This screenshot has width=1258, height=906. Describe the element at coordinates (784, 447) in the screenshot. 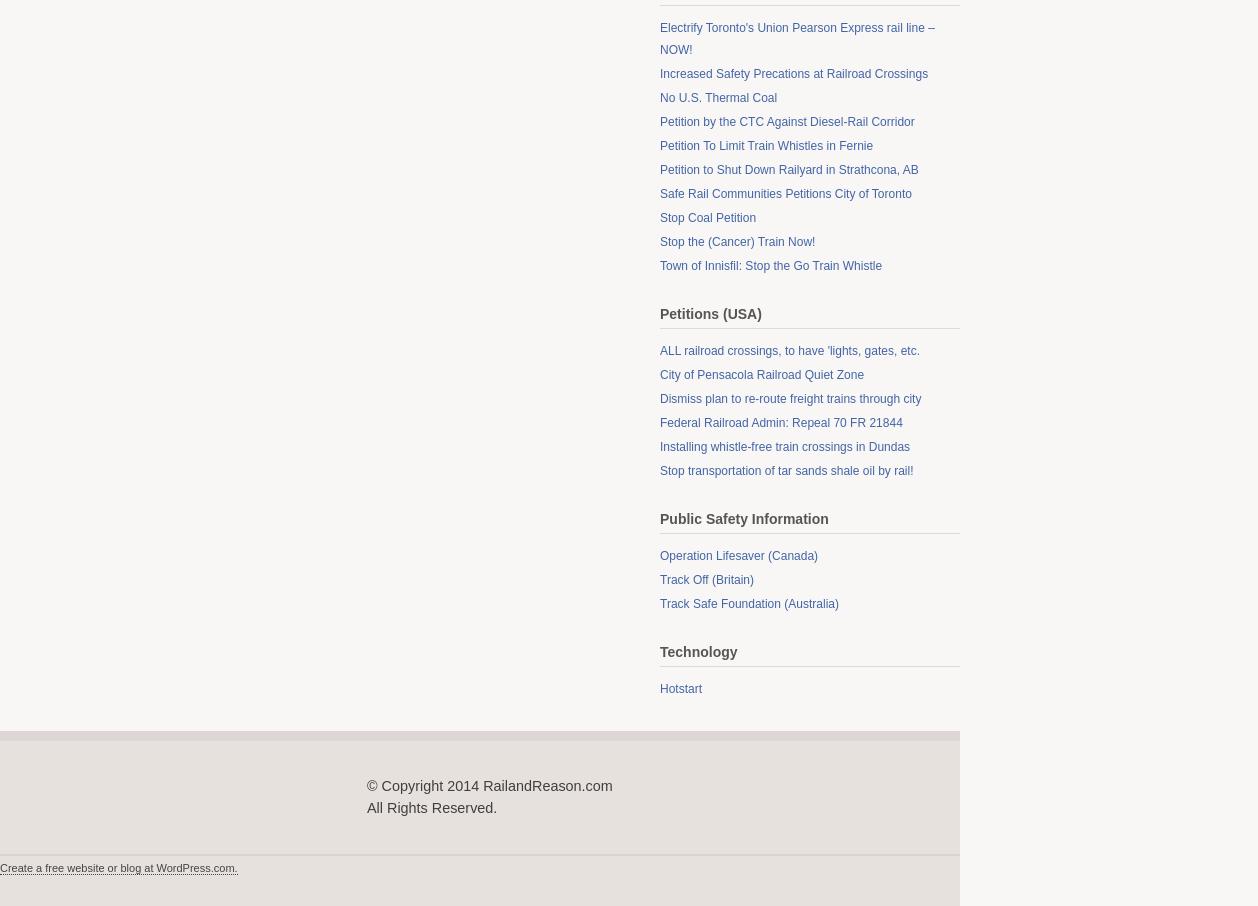

I see `'Installing whistle-free train crossings in Dundas'` at that location.